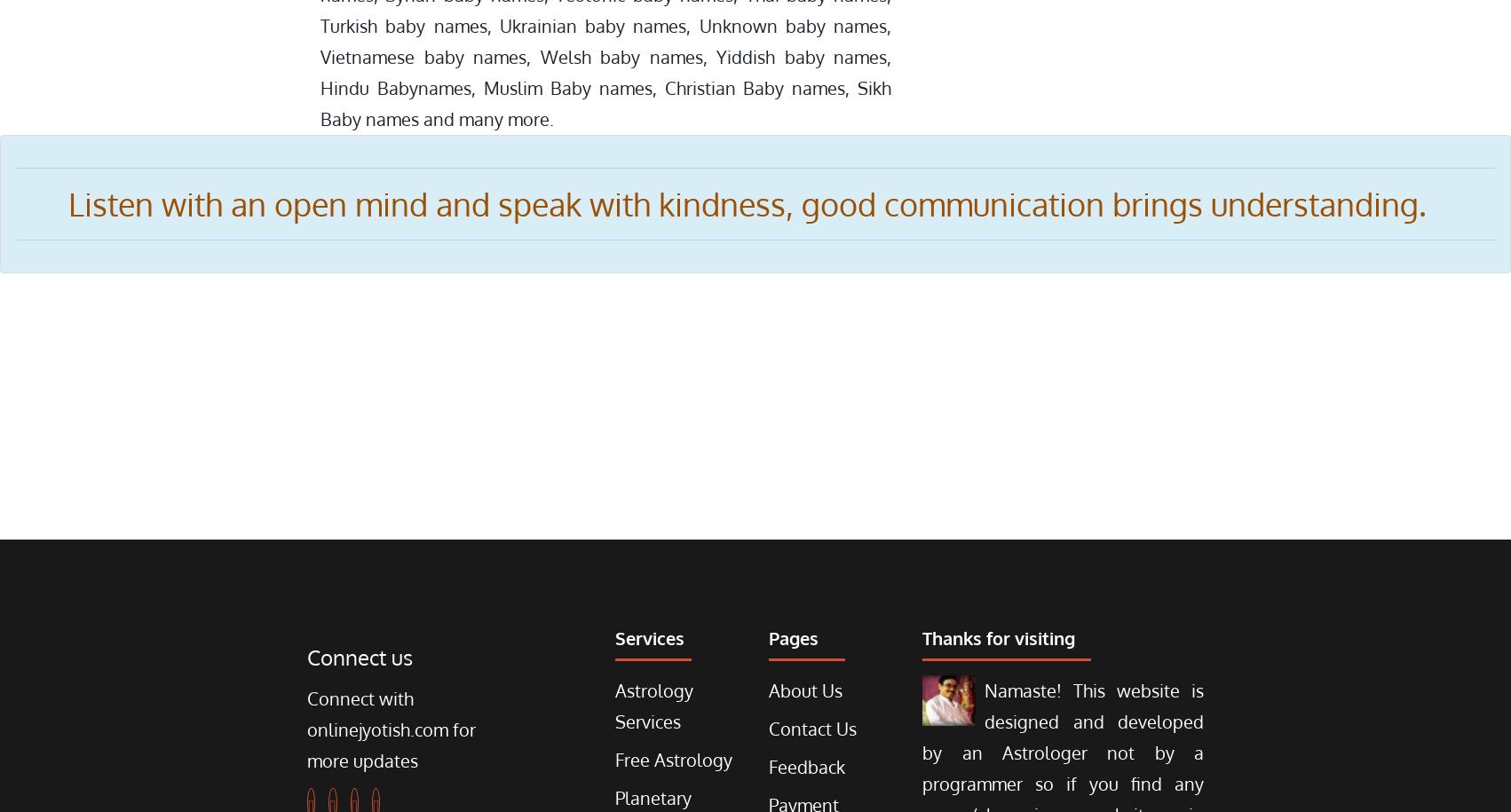 The height and width of the screenshot is (812, 1511). I want to click on 'Feedback', so click(767, 767).